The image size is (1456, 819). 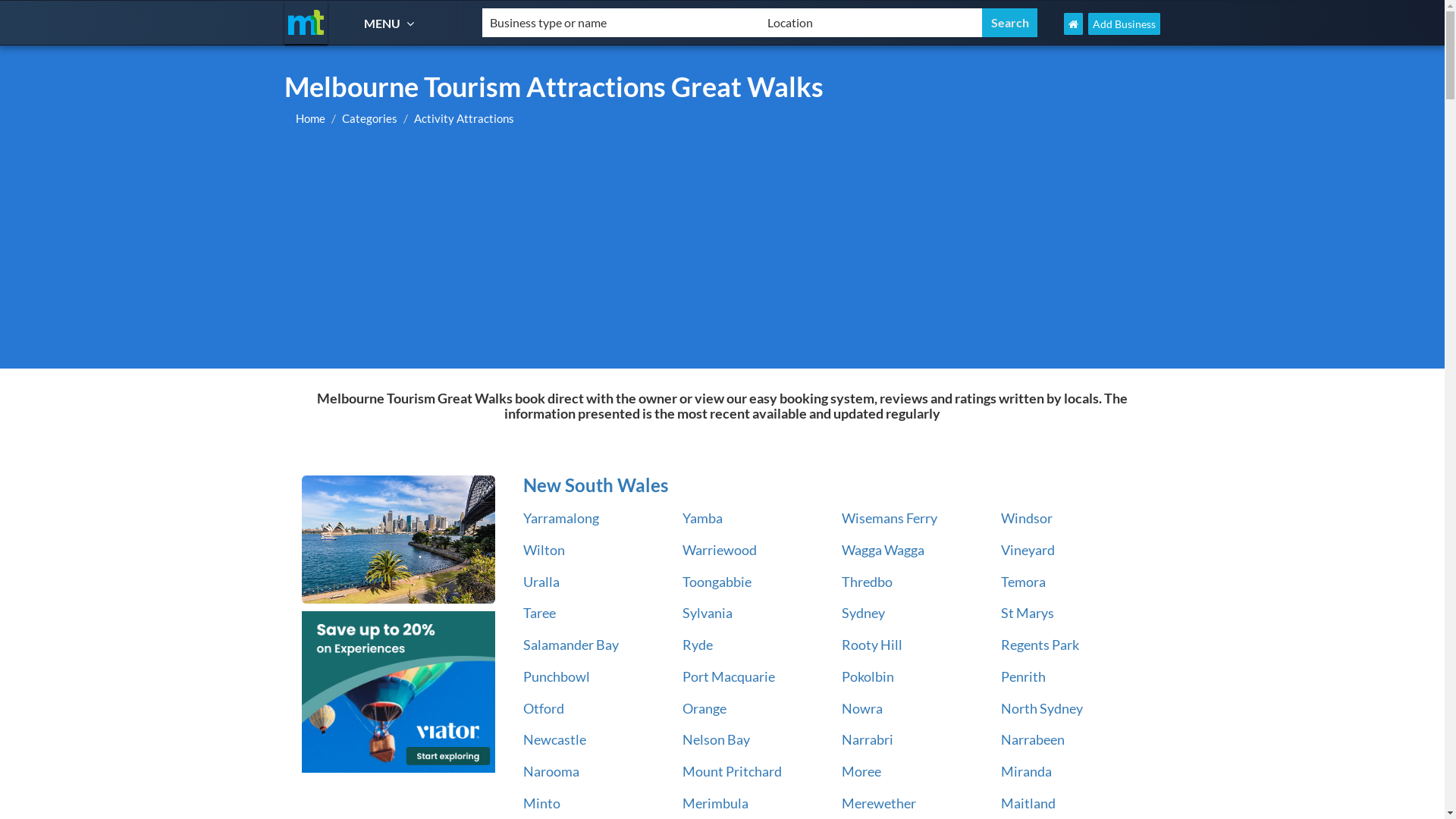 I want to click on 'Melbourne Tourism', so click(x=305, y=22).